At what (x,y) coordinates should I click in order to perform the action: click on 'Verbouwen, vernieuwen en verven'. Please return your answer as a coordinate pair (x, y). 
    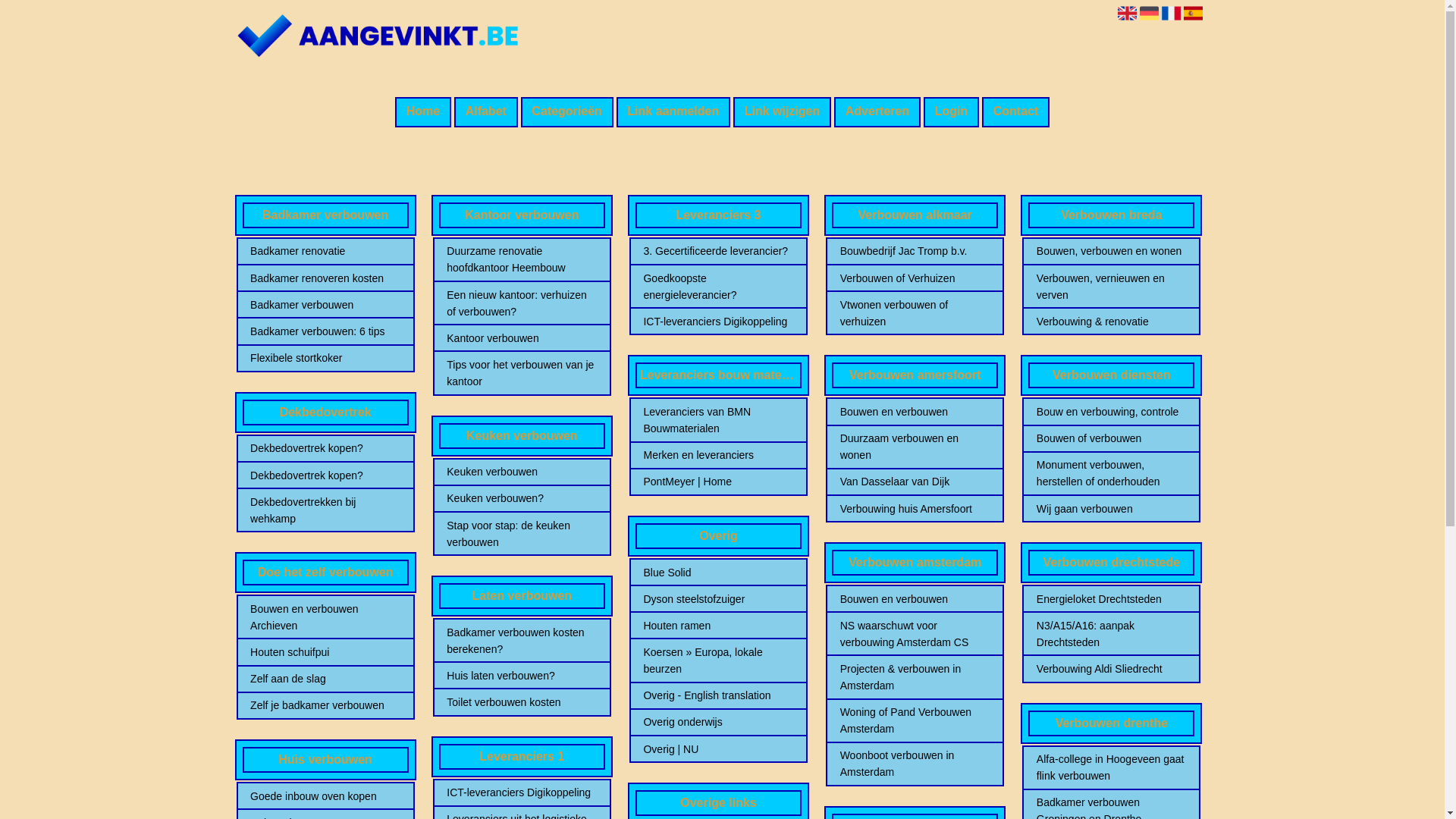
    Looking at the image, I should click on (1111, 287).